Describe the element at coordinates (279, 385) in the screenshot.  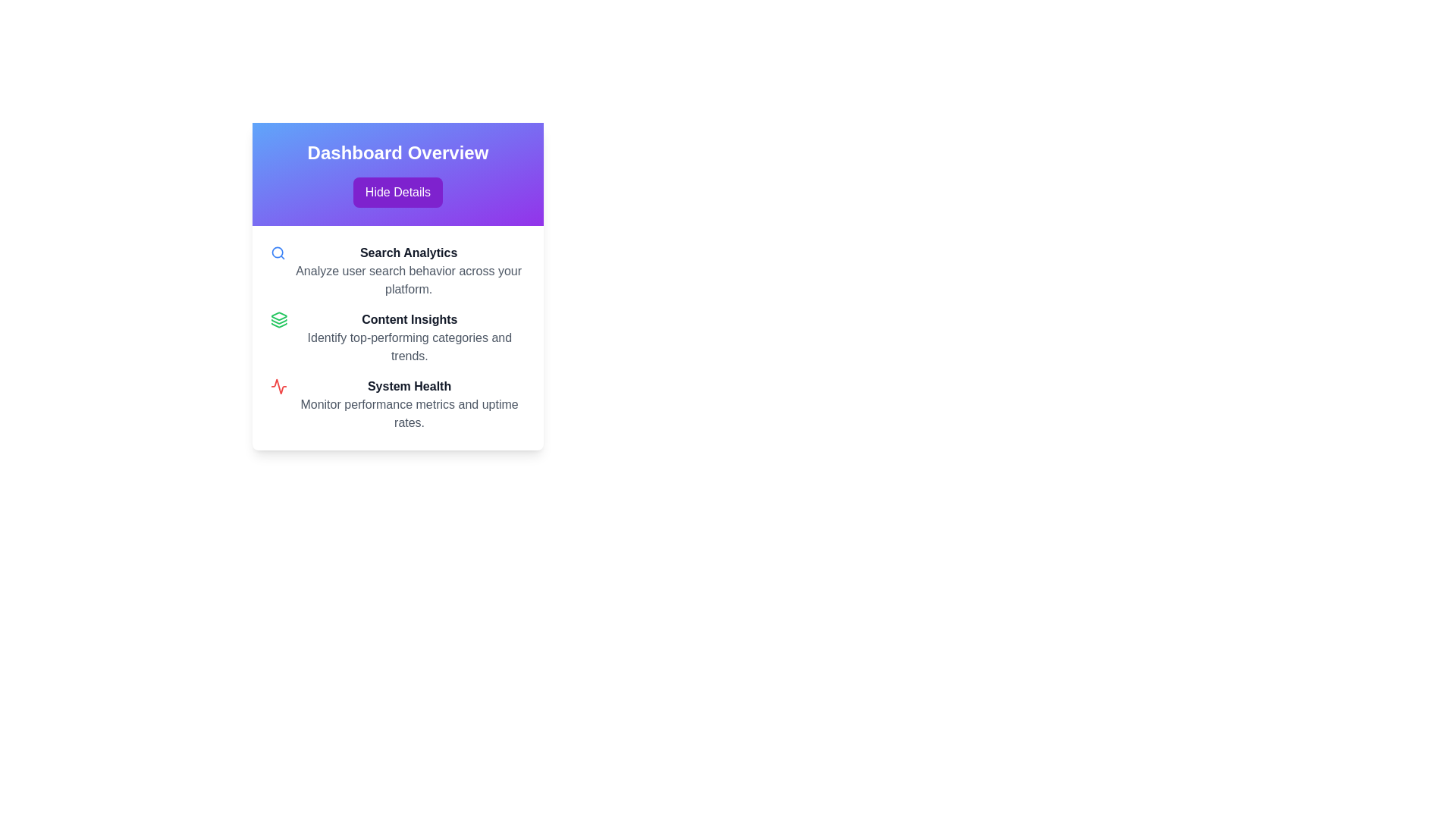
I see `the system performance and health monitoring icon located at the beginning of the 'System Health' row, directly to the left of the text 'System Health'` at that location.